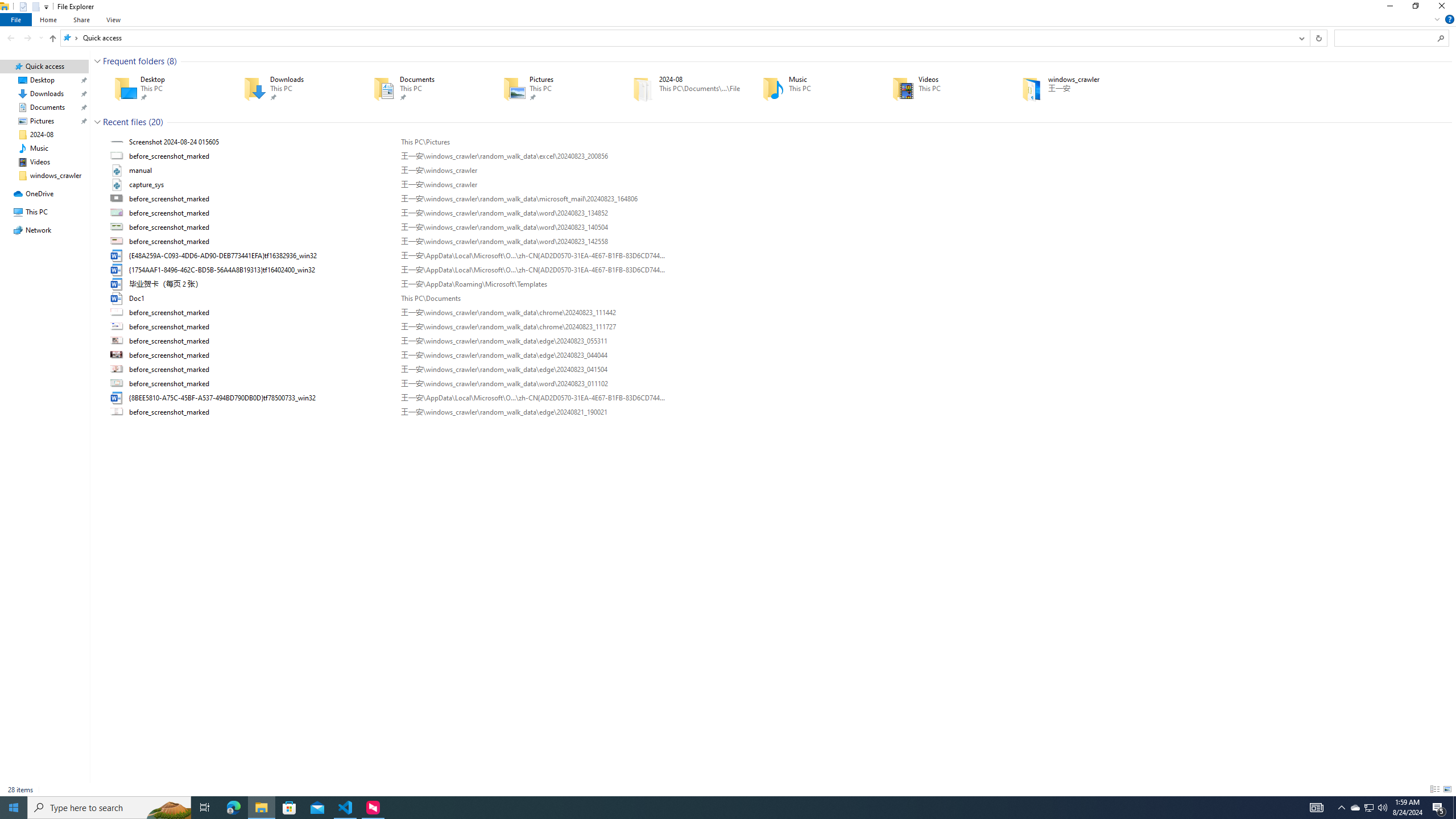 The height and width of the screenshot is (819, 1456). Describe the element at coordinates (24, 37) in the screenshot. I see `'Navigation buttons'` at that location.